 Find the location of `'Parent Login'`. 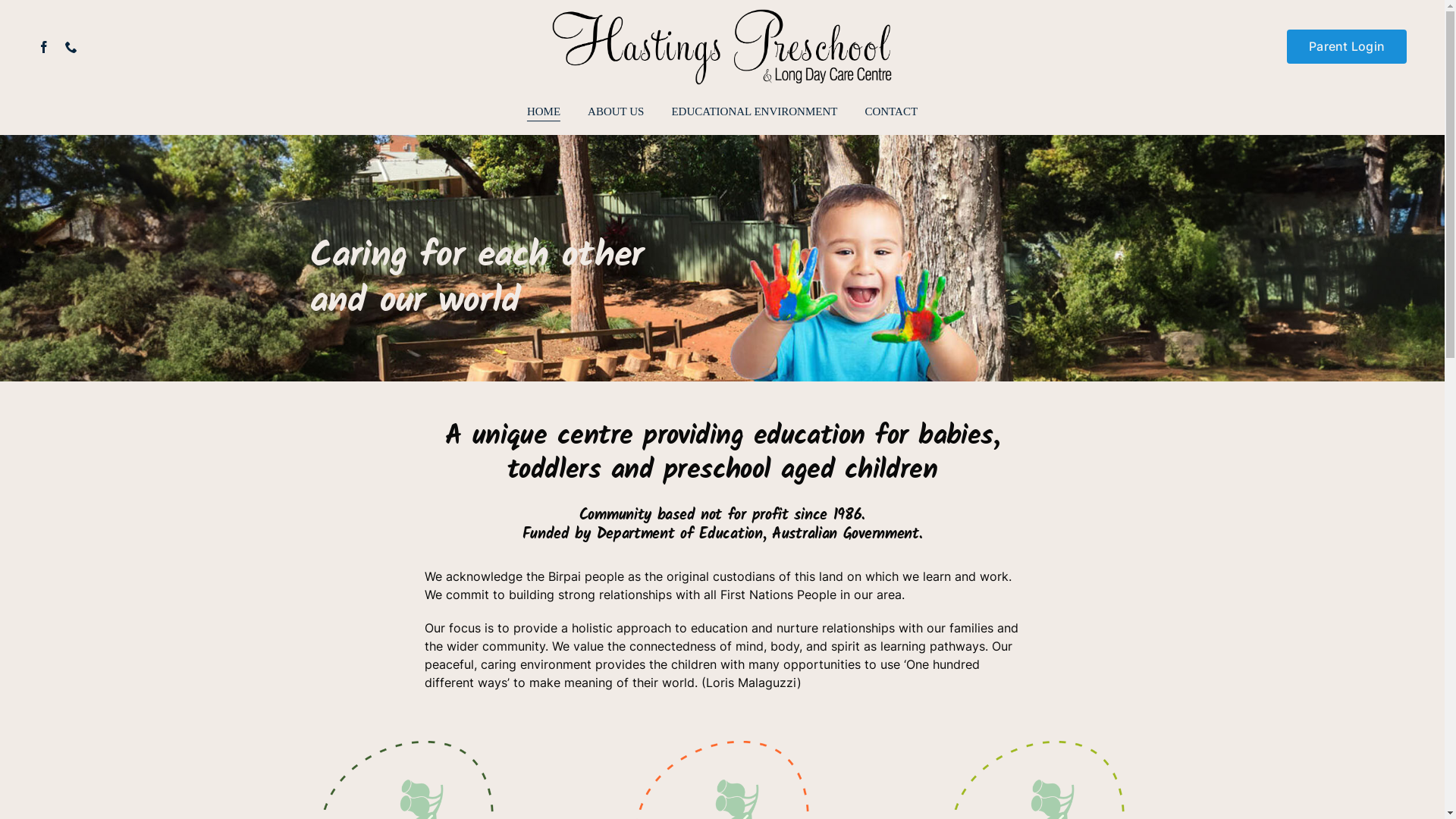

'Parent Login' is located at coordinates (1286, 45).